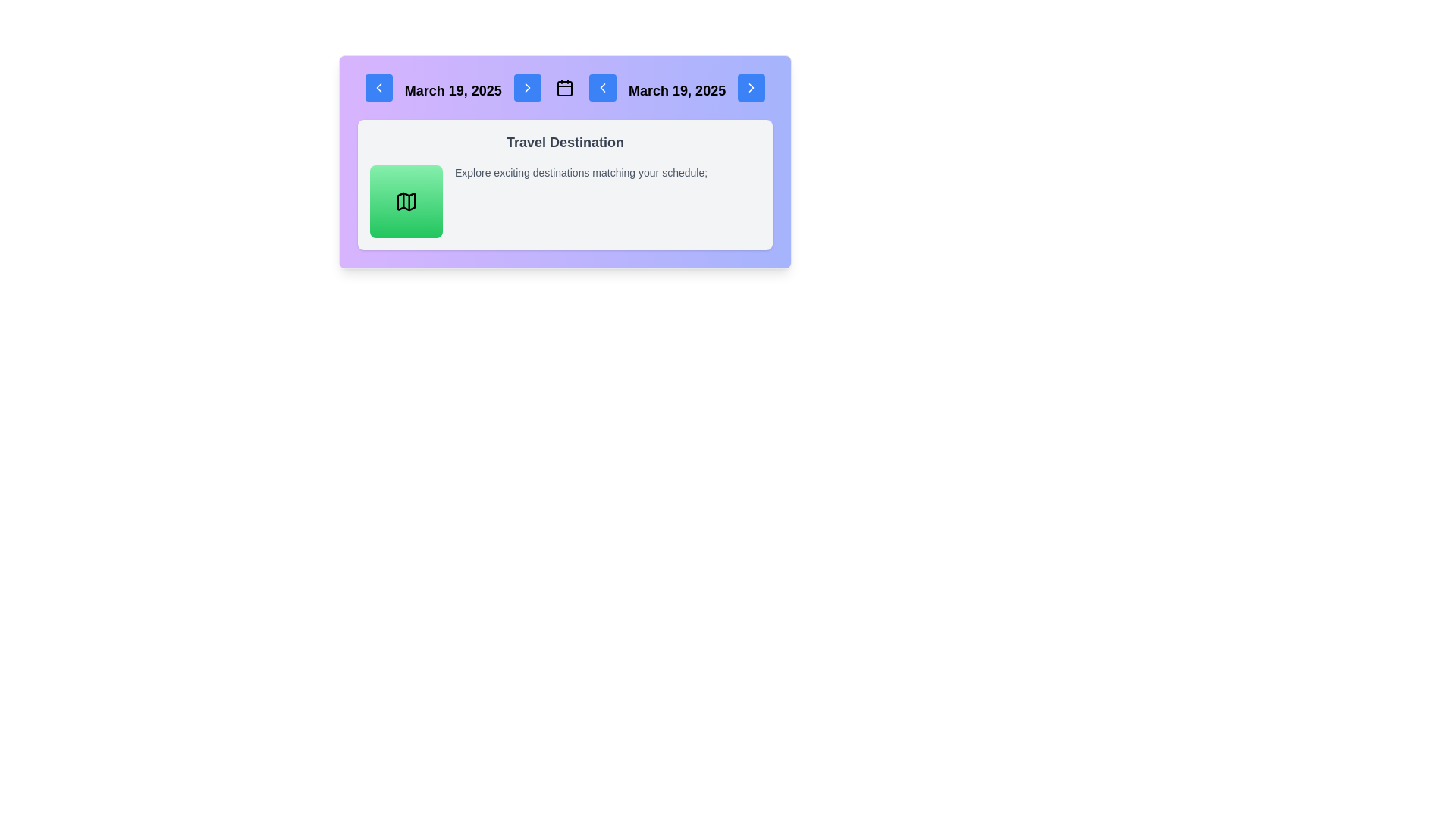 This screenshot has height=819, width=1456. What do you see at coordinates (452, 90) in the screenshot?
I see `the Text label displaying the current or selected date, which is prominently positioned at the top of the interface between navigation buttons` at bounding box center [452, 90].